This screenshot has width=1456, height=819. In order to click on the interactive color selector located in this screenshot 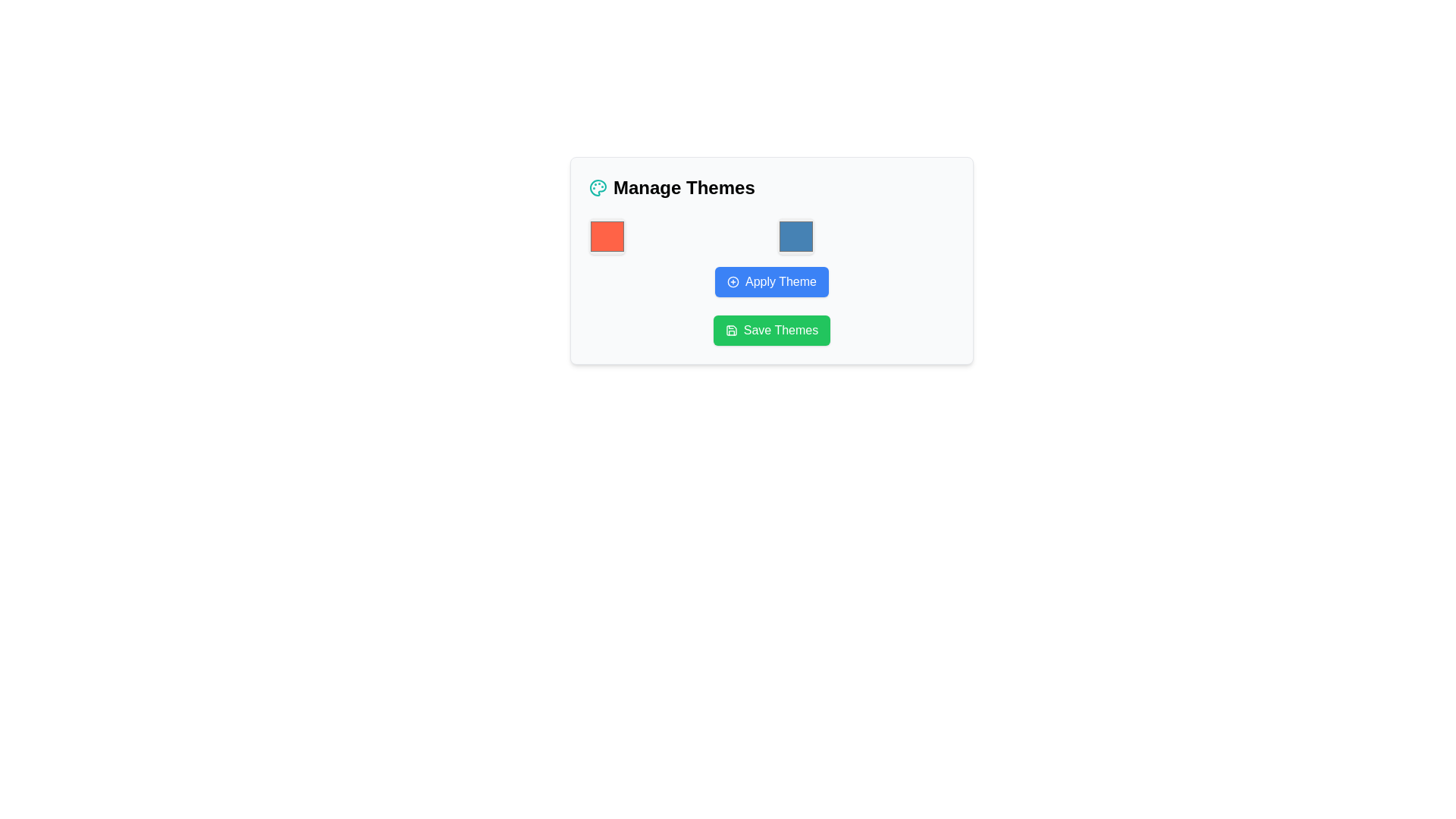, I will do `click(795, 237)`.